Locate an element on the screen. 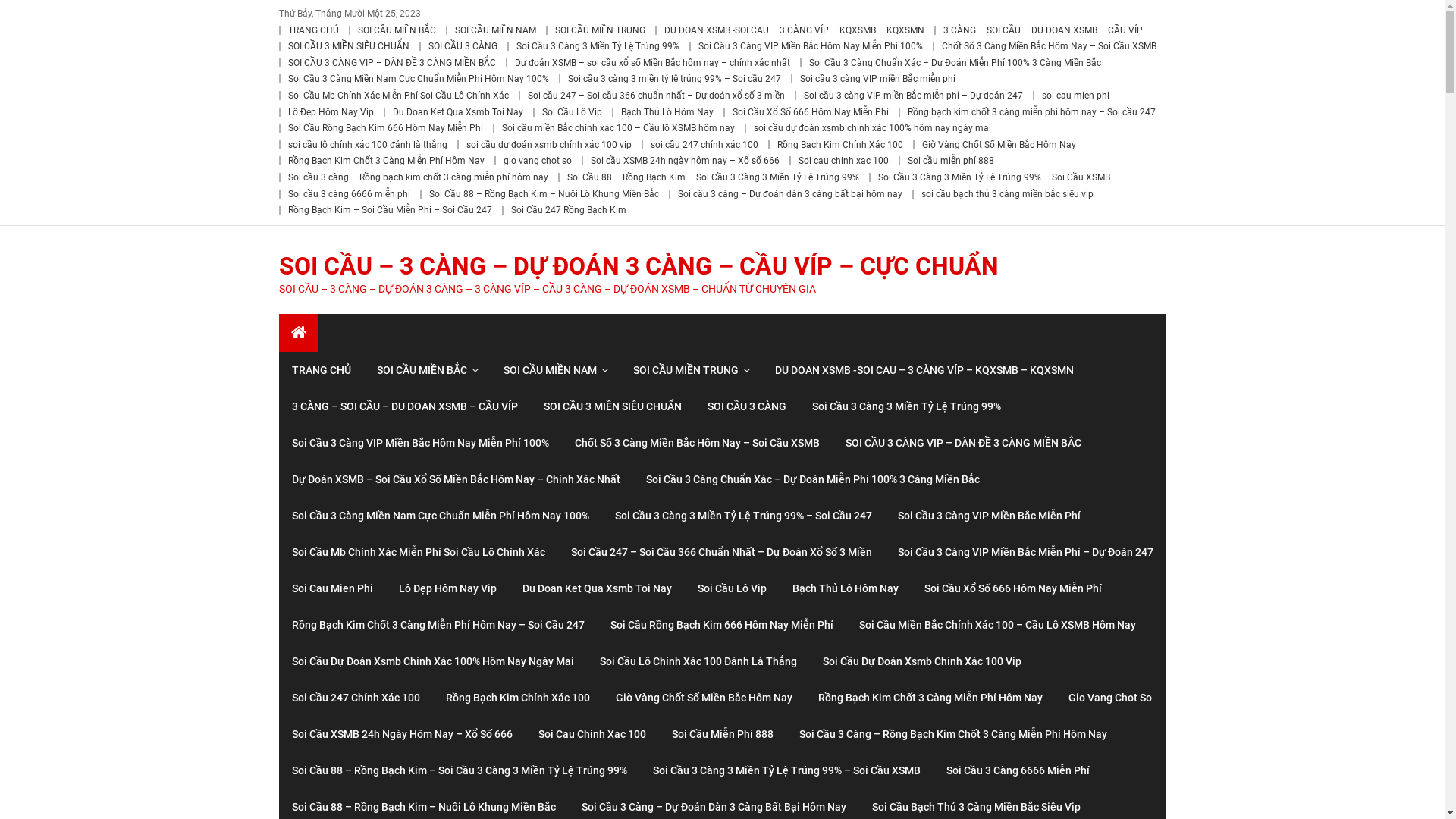  'Skip to content' is located at coordinates (35, 9).